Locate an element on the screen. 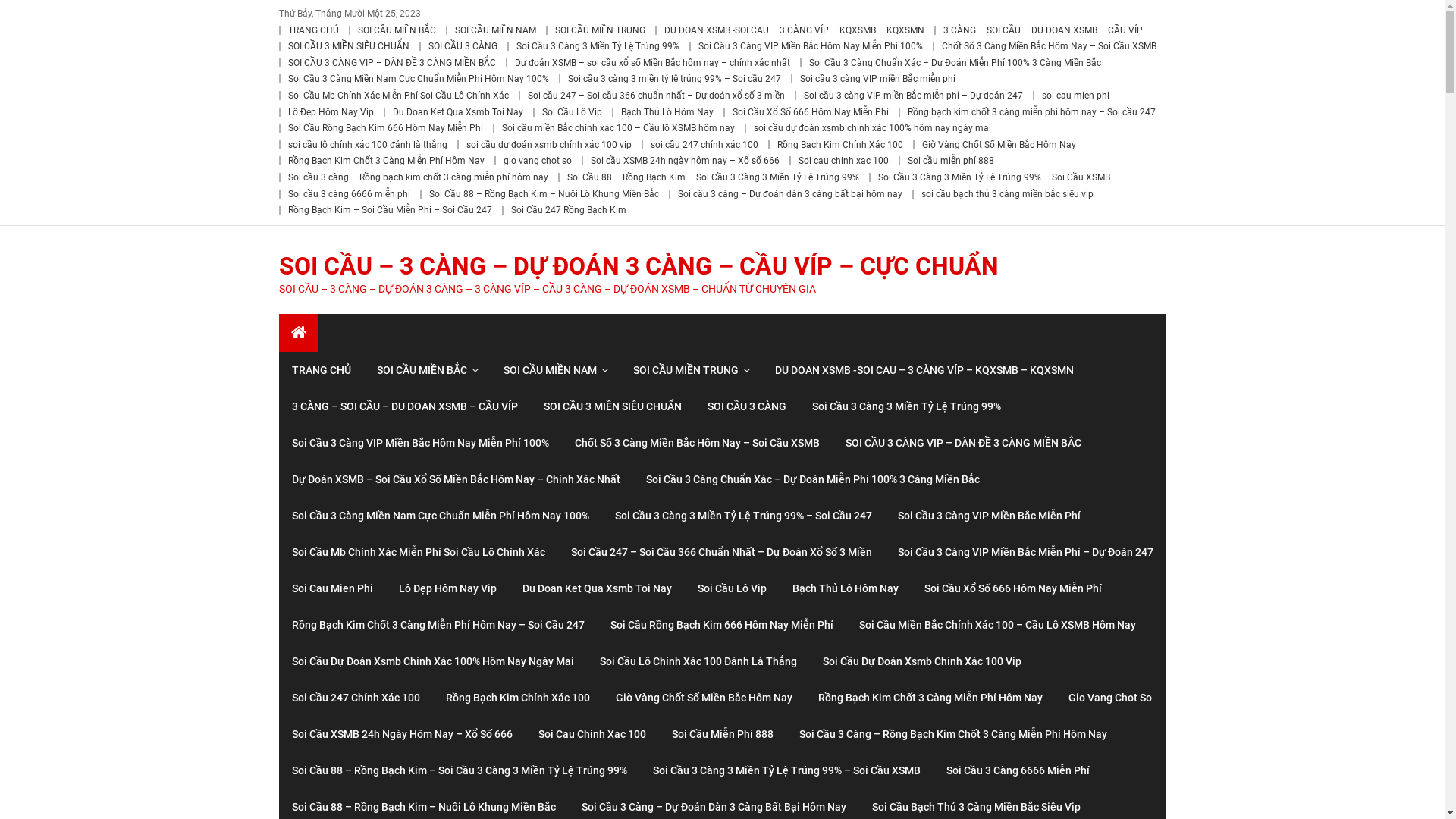  'Skip to content' is located at coordinates (35, 9).